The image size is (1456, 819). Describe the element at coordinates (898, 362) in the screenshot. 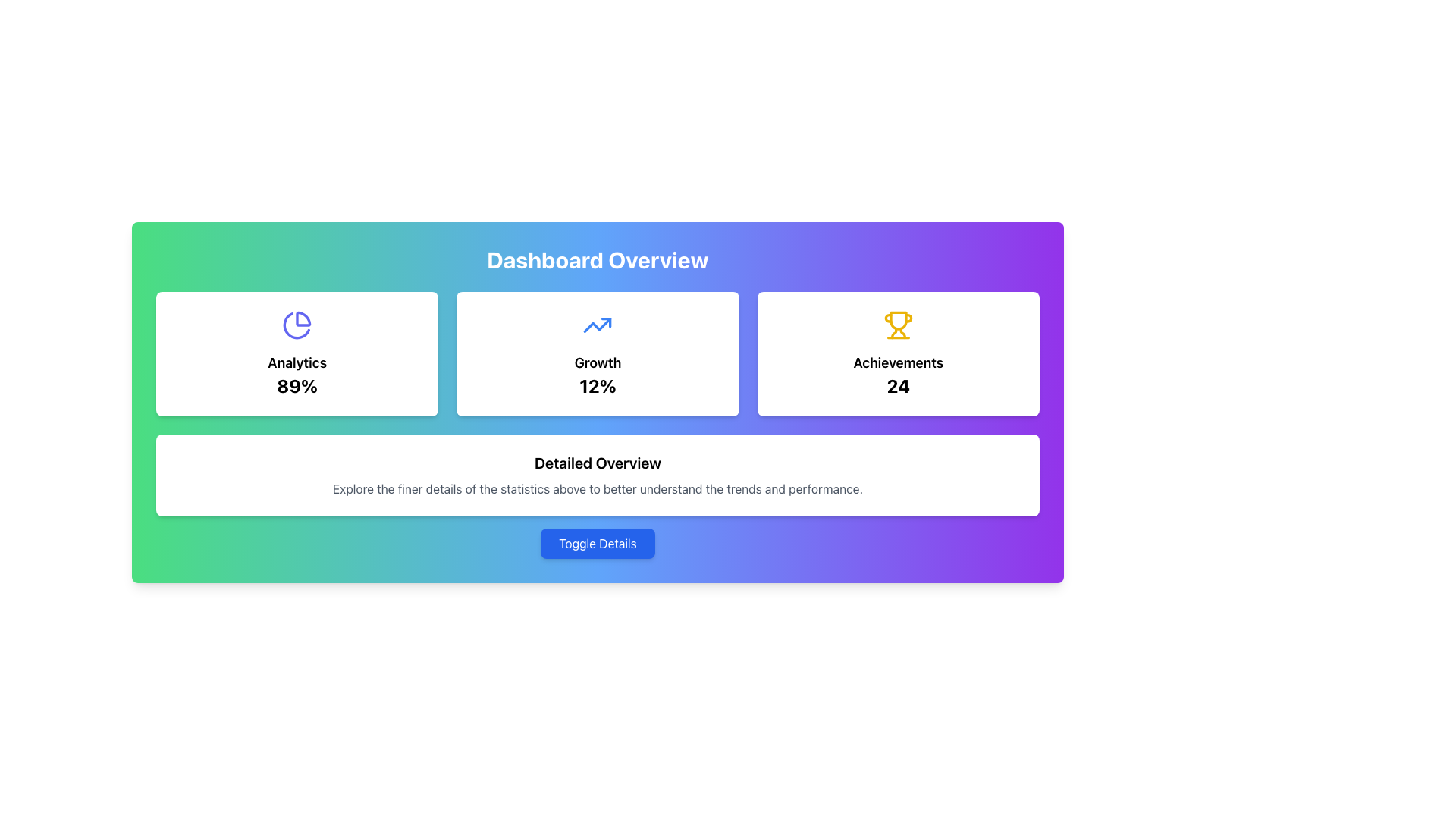

I see `the 'Achievements' text label which is prominently displayed in bold and large font, located centrally in the 'Achievements' panel, positioned between a trophy icon above and the number '24' below` at that location.